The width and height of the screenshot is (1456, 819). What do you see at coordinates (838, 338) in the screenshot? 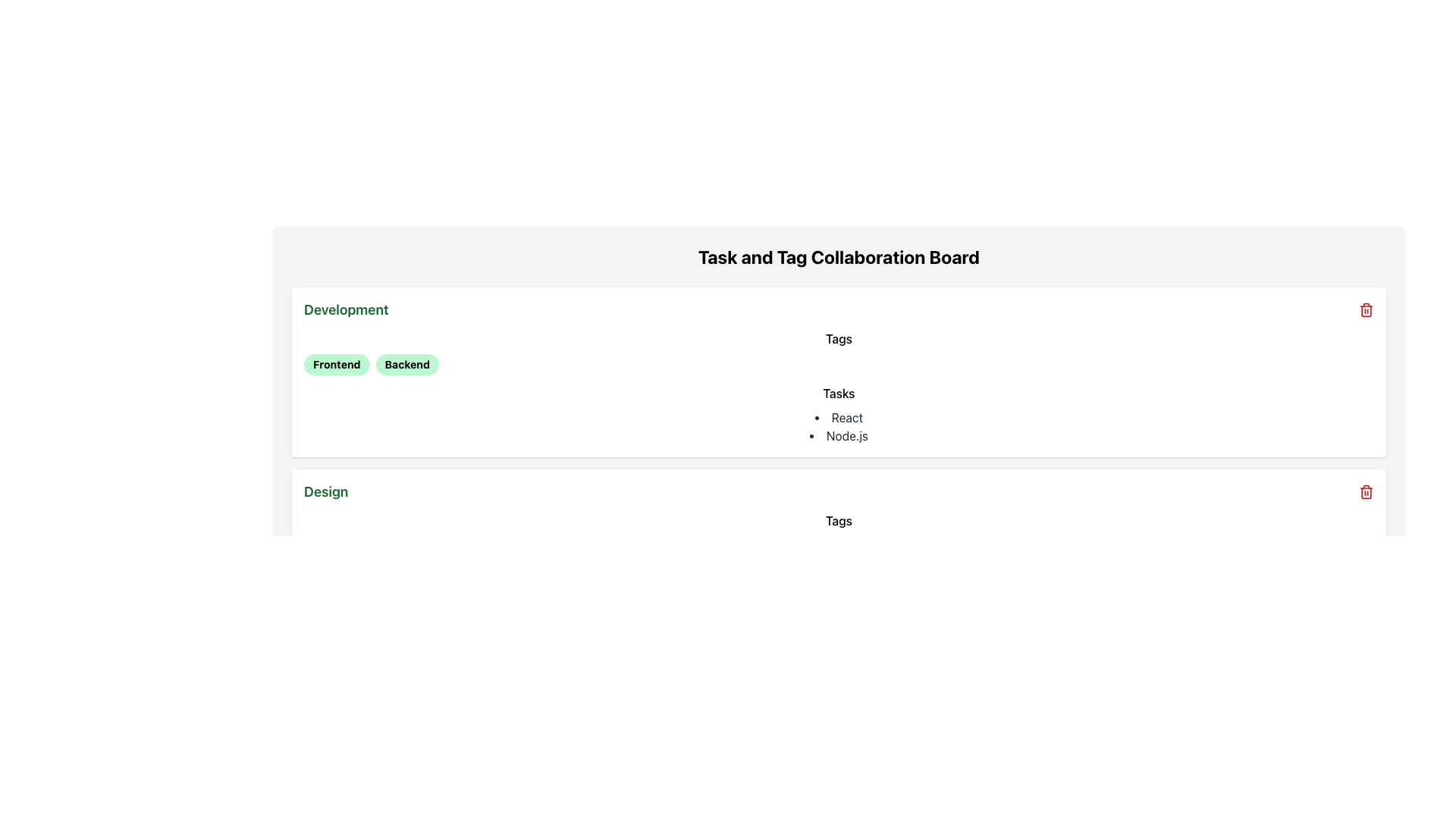
I see `the text label displaying 'Tags', which is centrally aligned in the Development section above the tag buttons 'Frontend' and 'Backend'` at bounding box center [838, 338].